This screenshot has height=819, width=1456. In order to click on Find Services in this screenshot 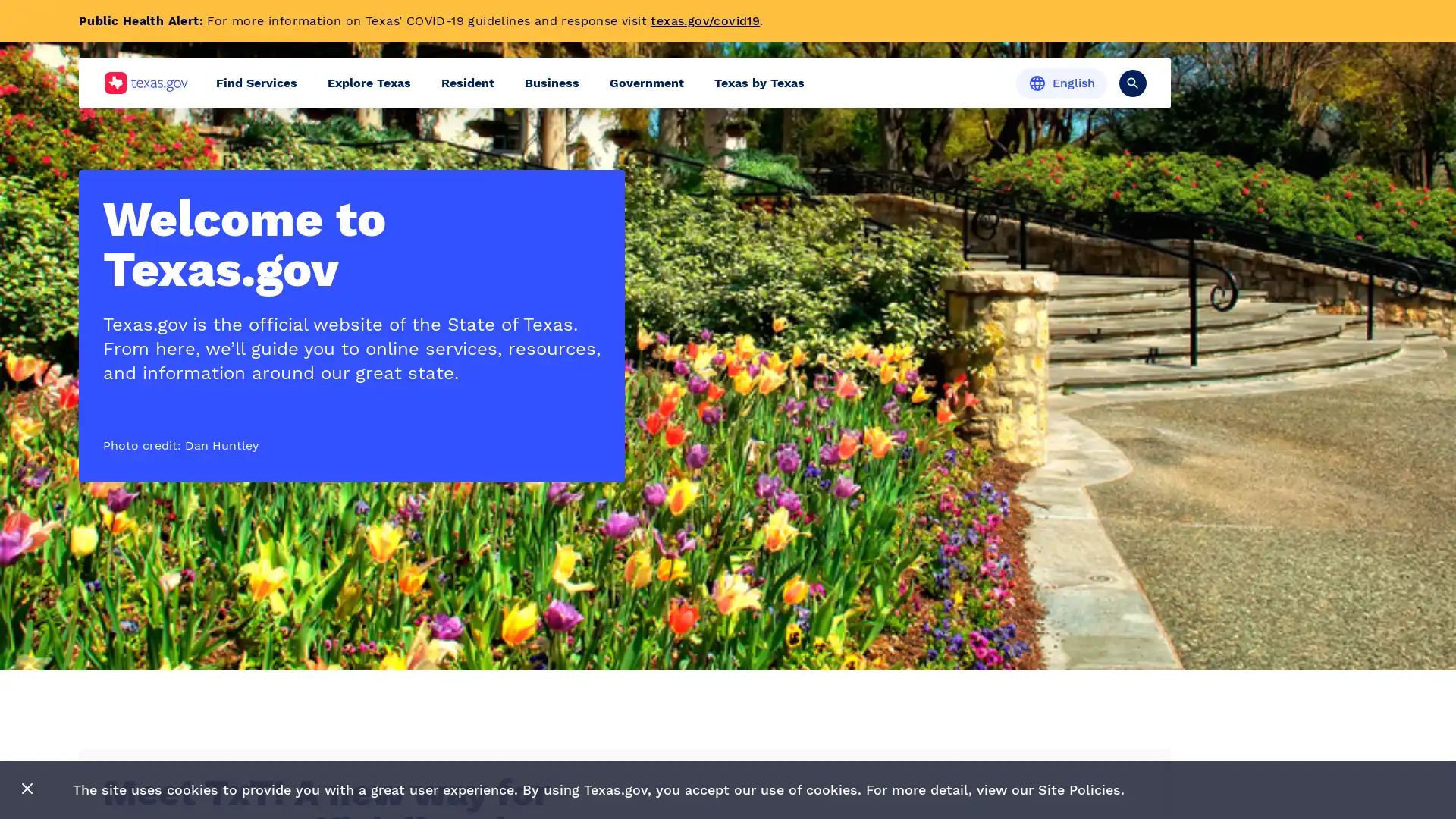, I will do `click(256, 83)`.